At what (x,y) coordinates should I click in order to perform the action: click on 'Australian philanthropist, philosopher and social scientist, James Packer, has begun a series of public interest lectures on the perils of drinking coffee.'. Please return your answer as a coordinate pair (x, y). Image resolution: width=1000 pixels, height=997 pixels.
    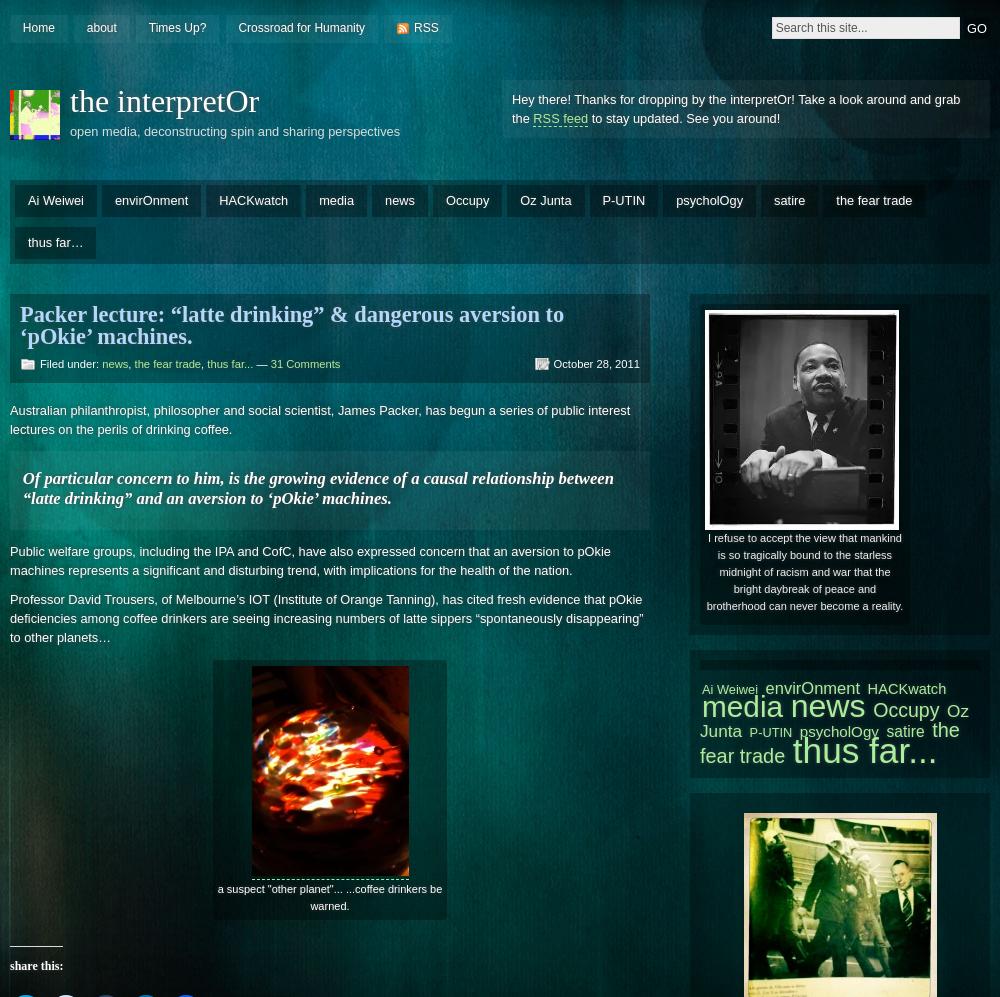
    Looking at the image, I should click on (319, 419).